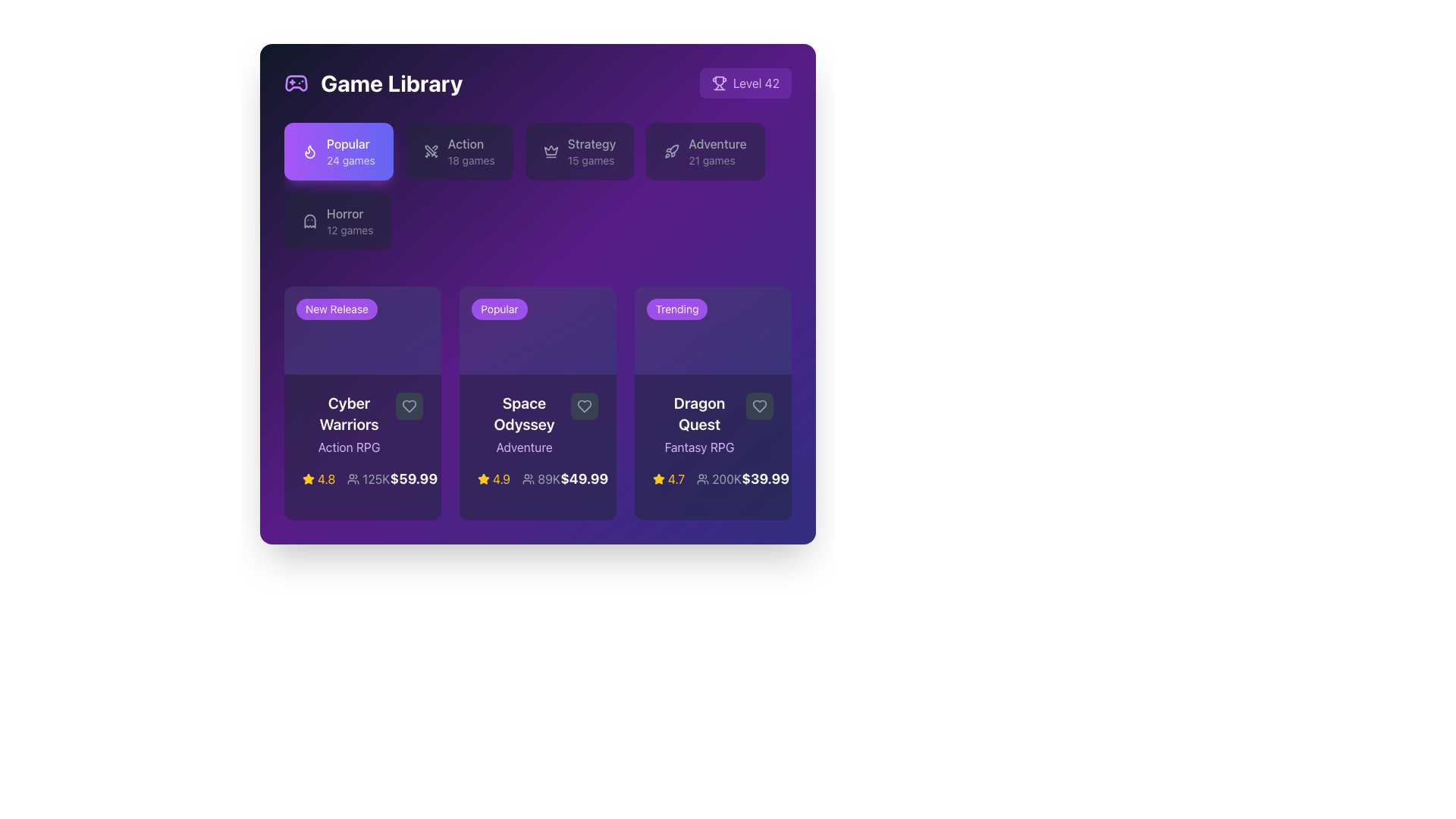 The width and height of the screenshot is (1456, 819). Describe the element at coordinates (529, 479) in the screenshot. I see `the user group icon located in the 'Popular' game card, which is depicted as an outline of three figures against a purple background, positioned left of the text '89K'` at that location.